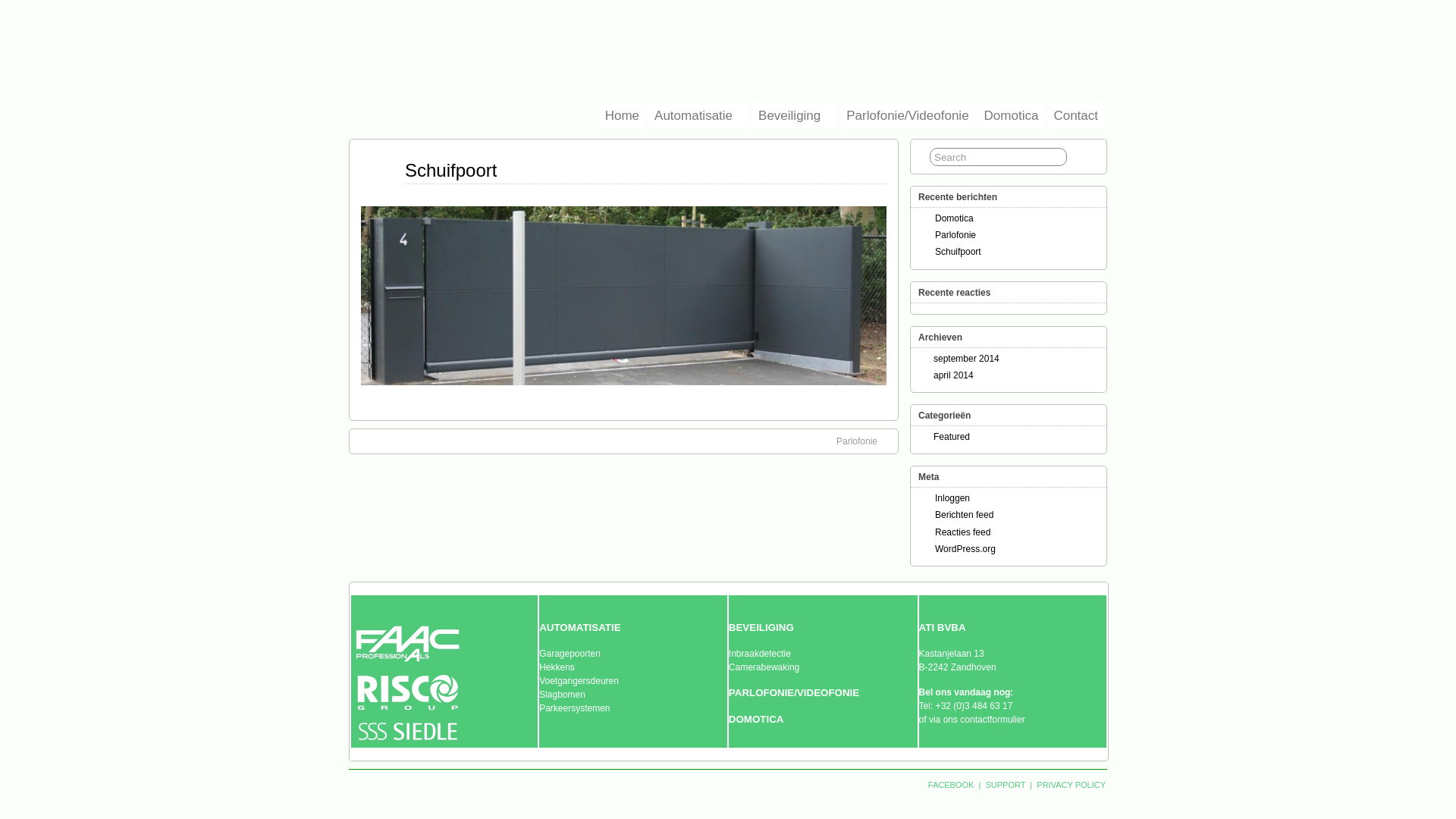  What do you see at coordinates (964, 549) in the screenshot?
I see `'WordPress.org'` at bounding box center [964, 549].